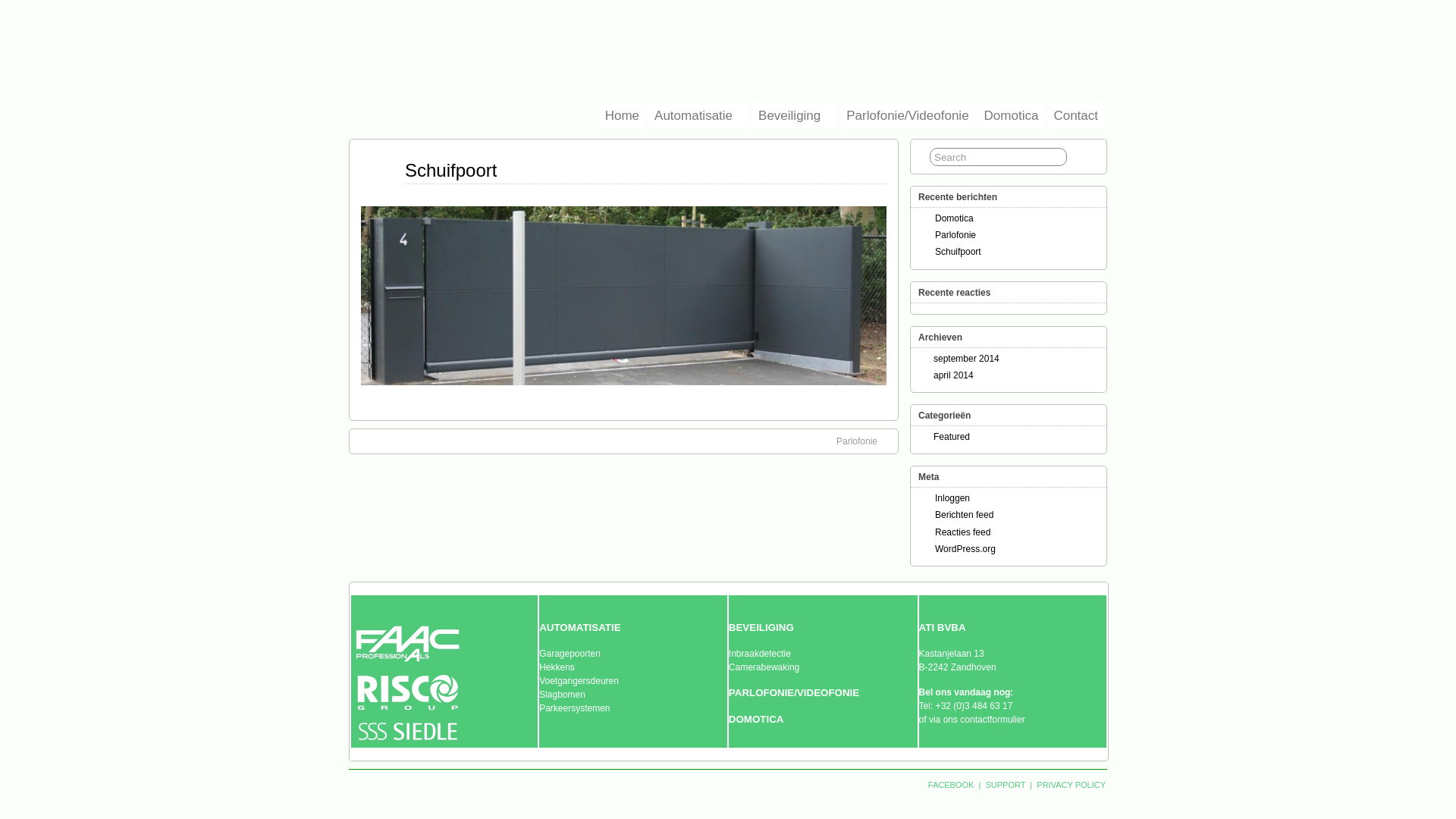  What do you see at coordinates (964, 549) in the screenshot?
I see `'WordPress.org'` at bounding box center [964, 549].